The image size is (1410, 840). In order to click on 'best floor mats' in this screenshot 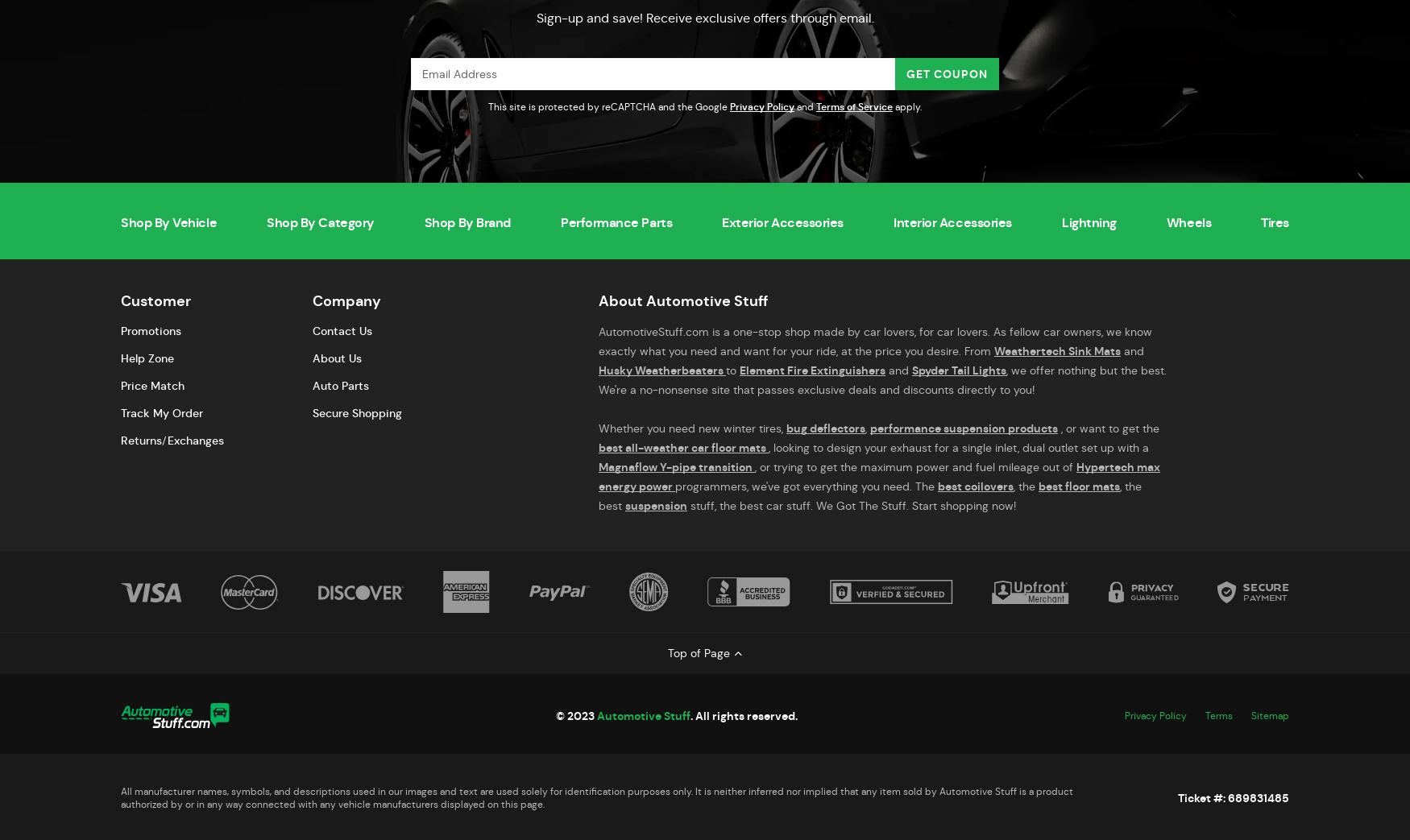, I will do `click(1079, 486)`.